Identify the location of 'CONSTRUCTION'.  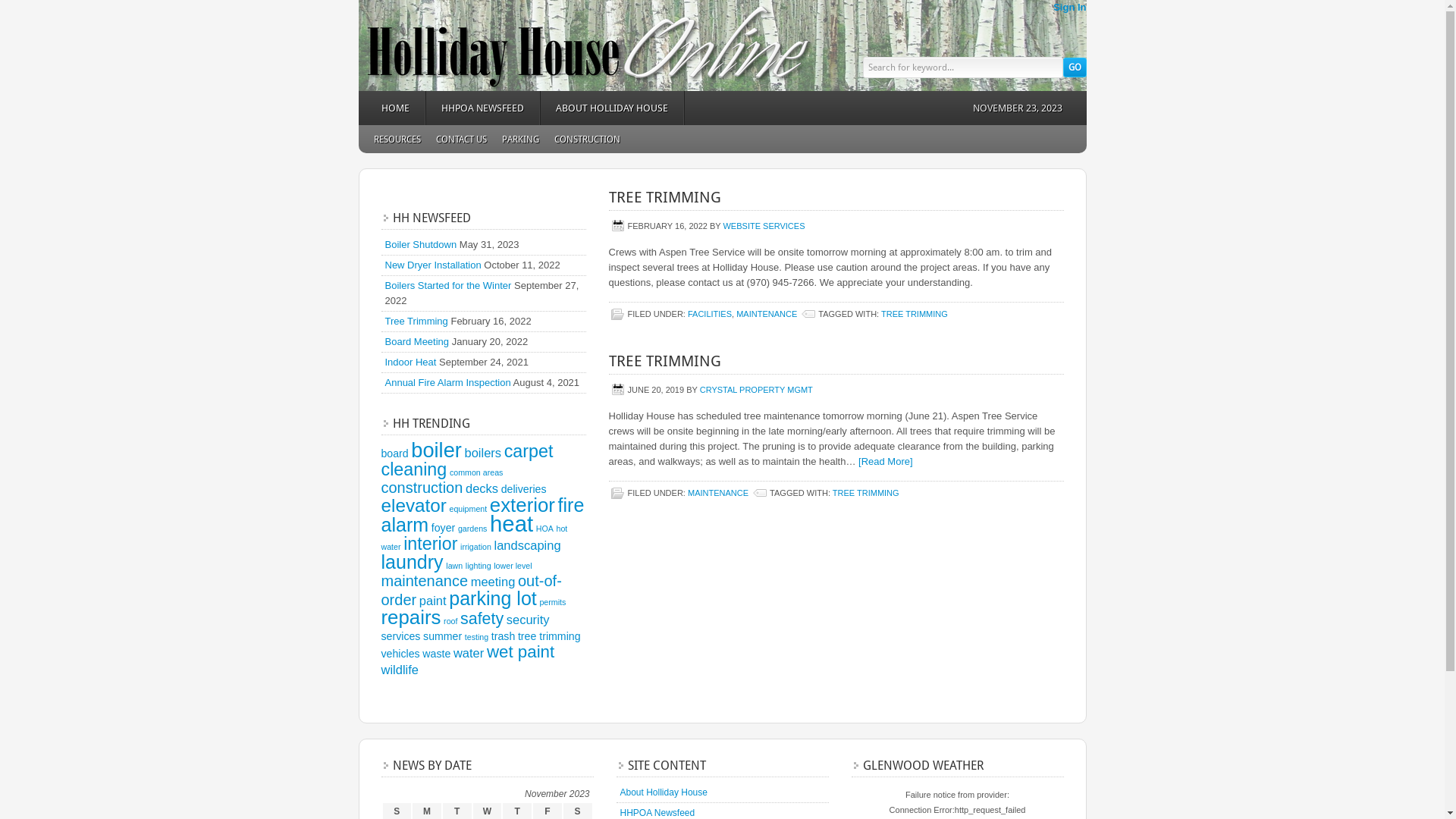
(585, 139).